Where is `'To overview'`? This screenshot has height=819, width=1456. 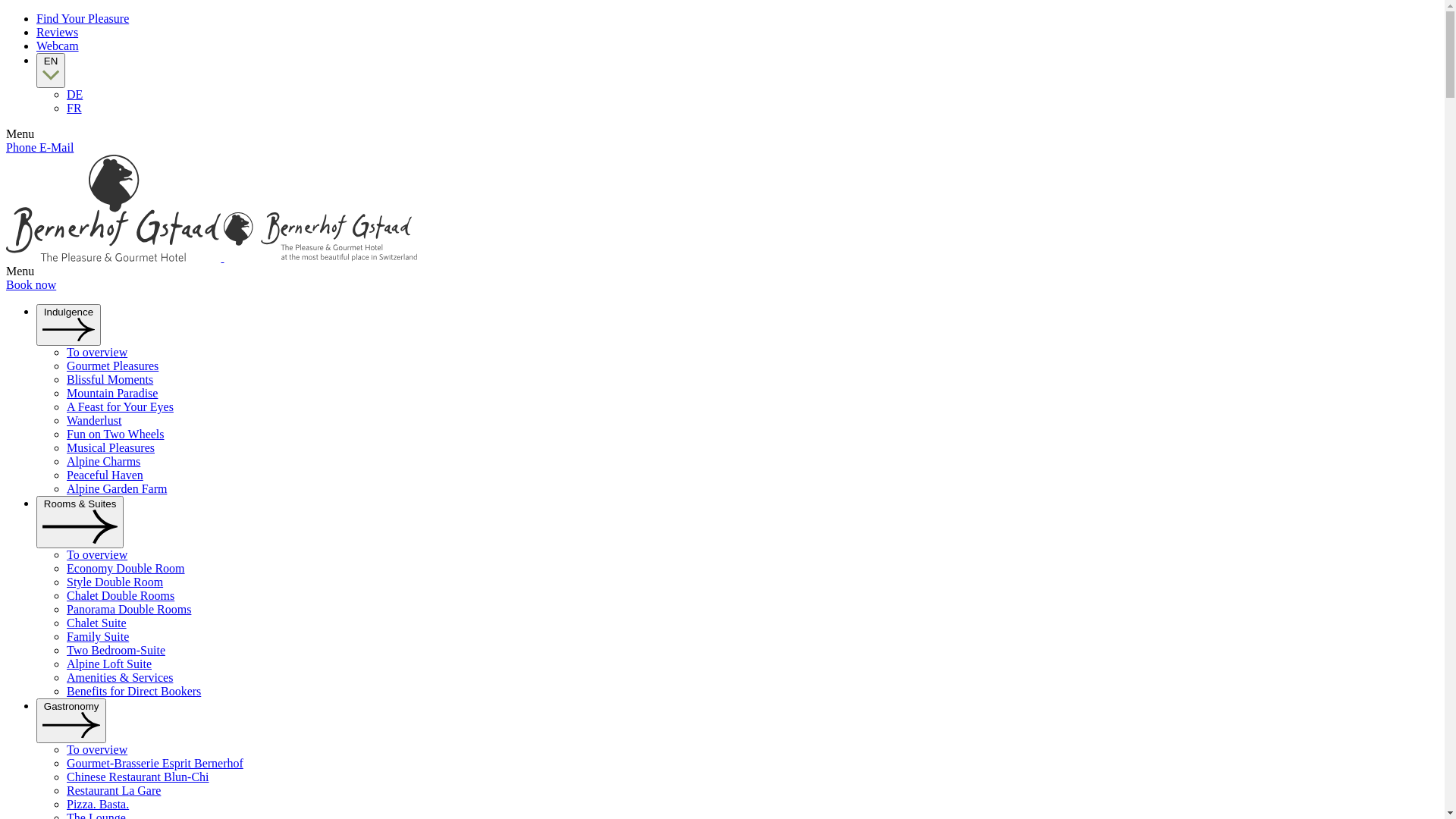 'To overview' is located at coordinates (65, 748).